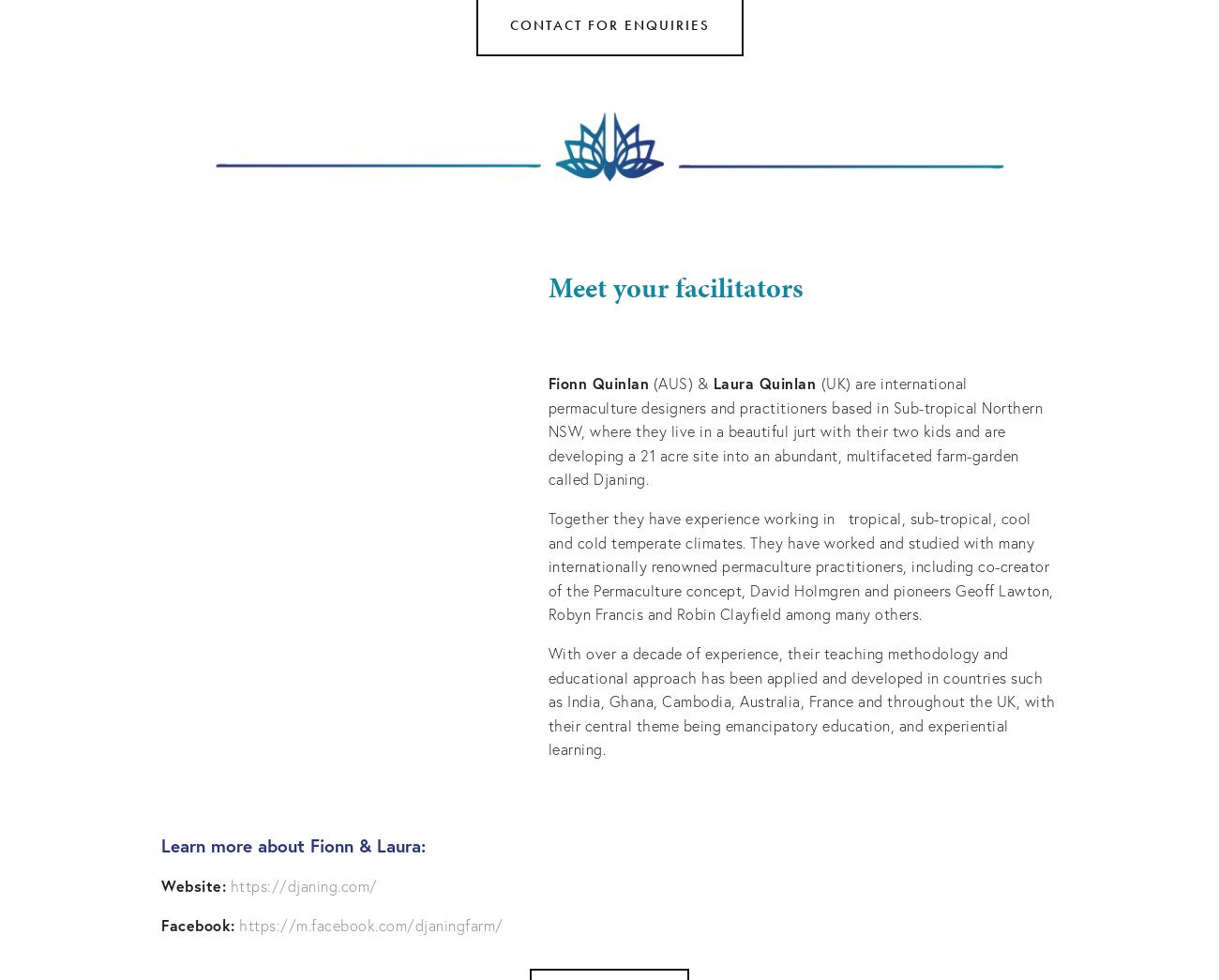 Image resolution: width=1219 pixels, height=980 pixels. What do you see at coordinates (370, 923) in the screenshot?
I see `'https://m.facebook.com/djaningfarm/'` at bounding box center [370, 923].